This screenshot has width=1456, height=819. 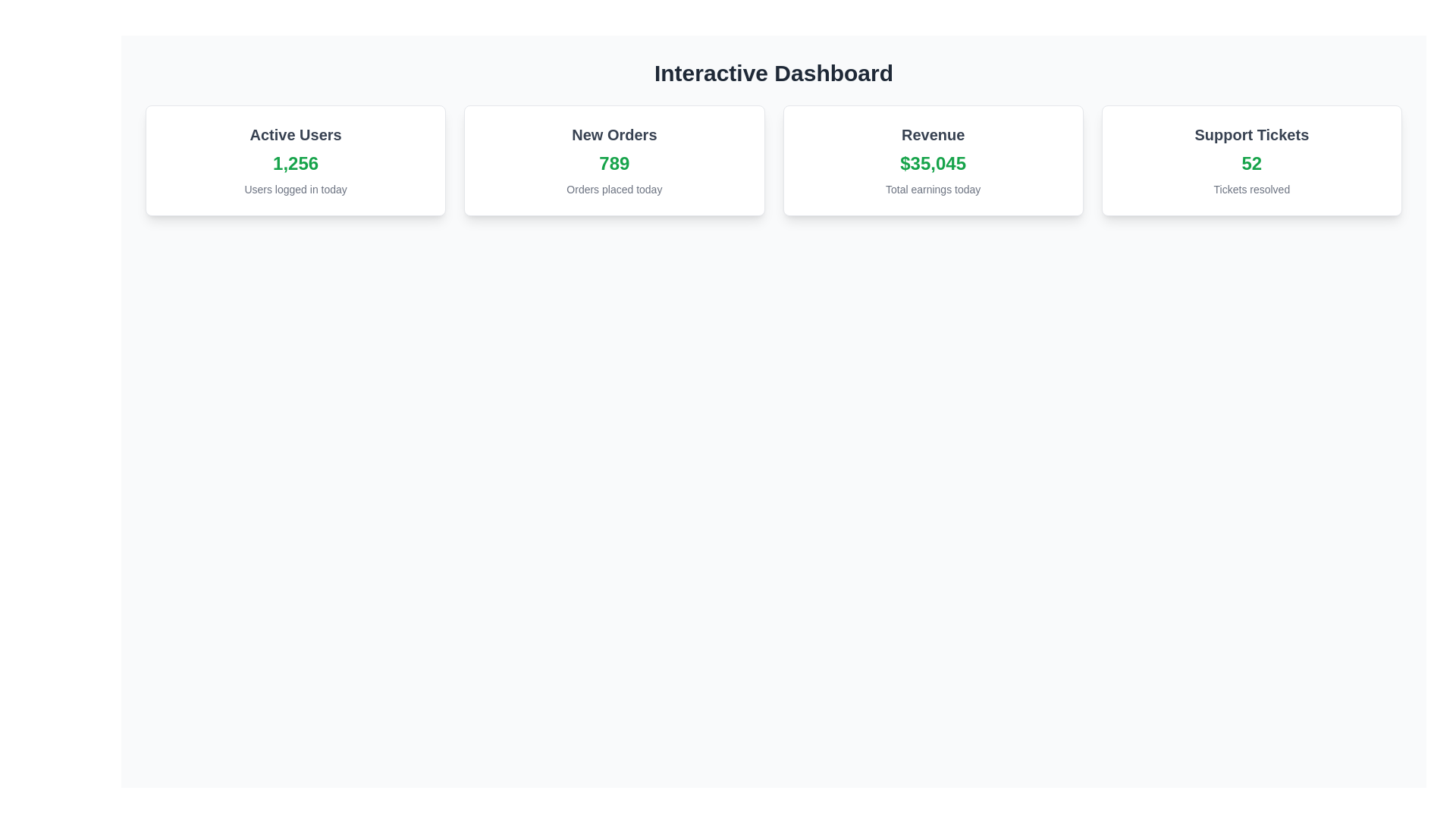 What do you see at coordinates (296, 133) in the screenshot?
I see `the 'Active Users' label, which is displayed in bold, large sans-serif font at the top of the user activity card` at bounding box center [296, 133].